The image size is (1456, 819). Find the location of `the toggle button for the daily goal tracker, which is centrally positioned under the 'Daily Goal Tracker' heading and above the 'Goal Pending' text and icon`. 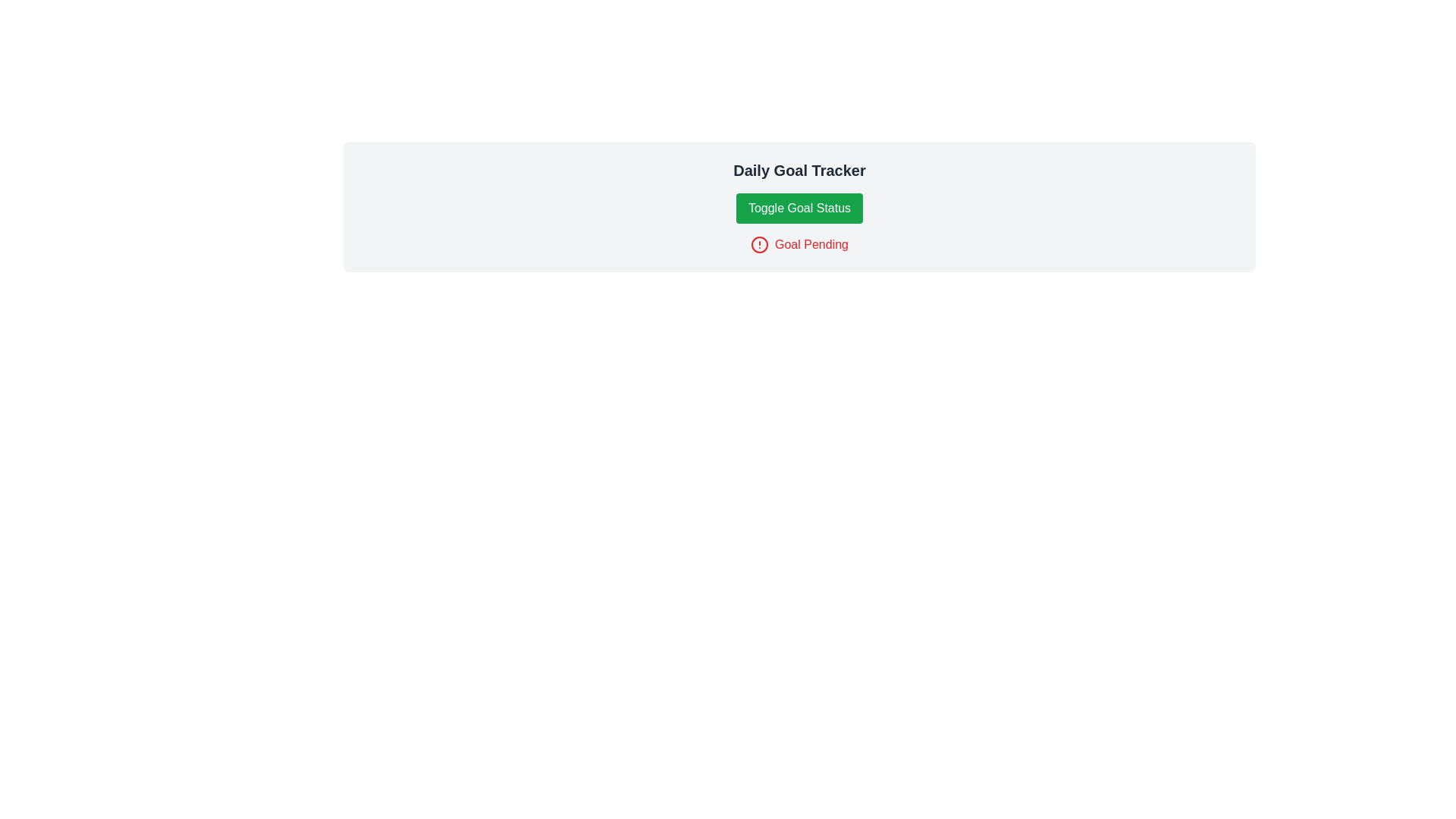

the toggle button for the daily goal tracker, which is centrally positioned under the 'Daily Goal Tracker' heading and above the 'Goal Pending' text and icon is located at coordinates (799, 208).